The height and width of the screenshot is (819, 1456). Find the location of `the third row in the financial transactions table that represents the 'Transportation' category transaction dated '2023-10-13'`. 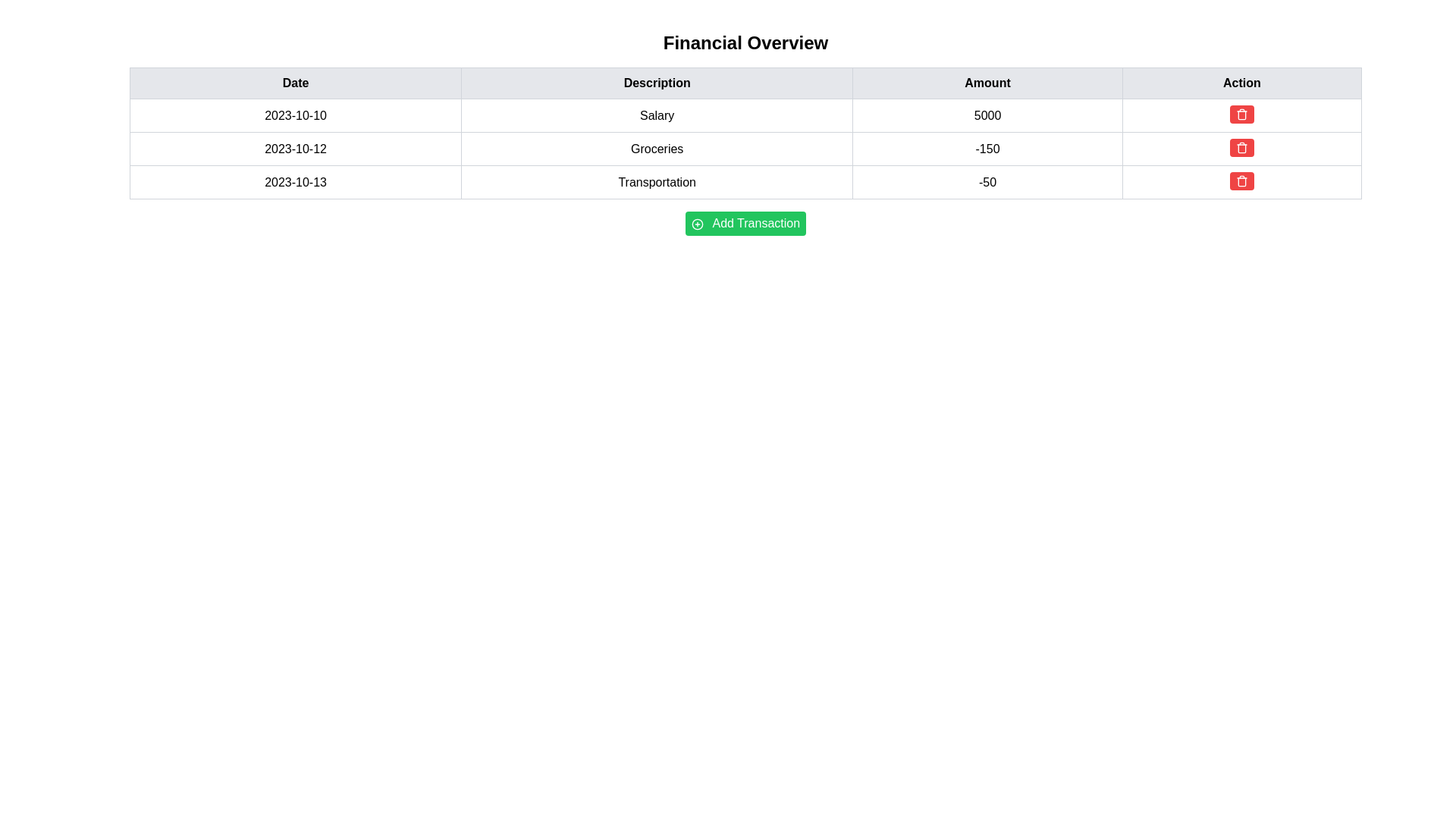

the third row in the financial transactions table that represents the 'Transportation' category transaction dated '2023-10-13' is located at coordinates (745, 181).